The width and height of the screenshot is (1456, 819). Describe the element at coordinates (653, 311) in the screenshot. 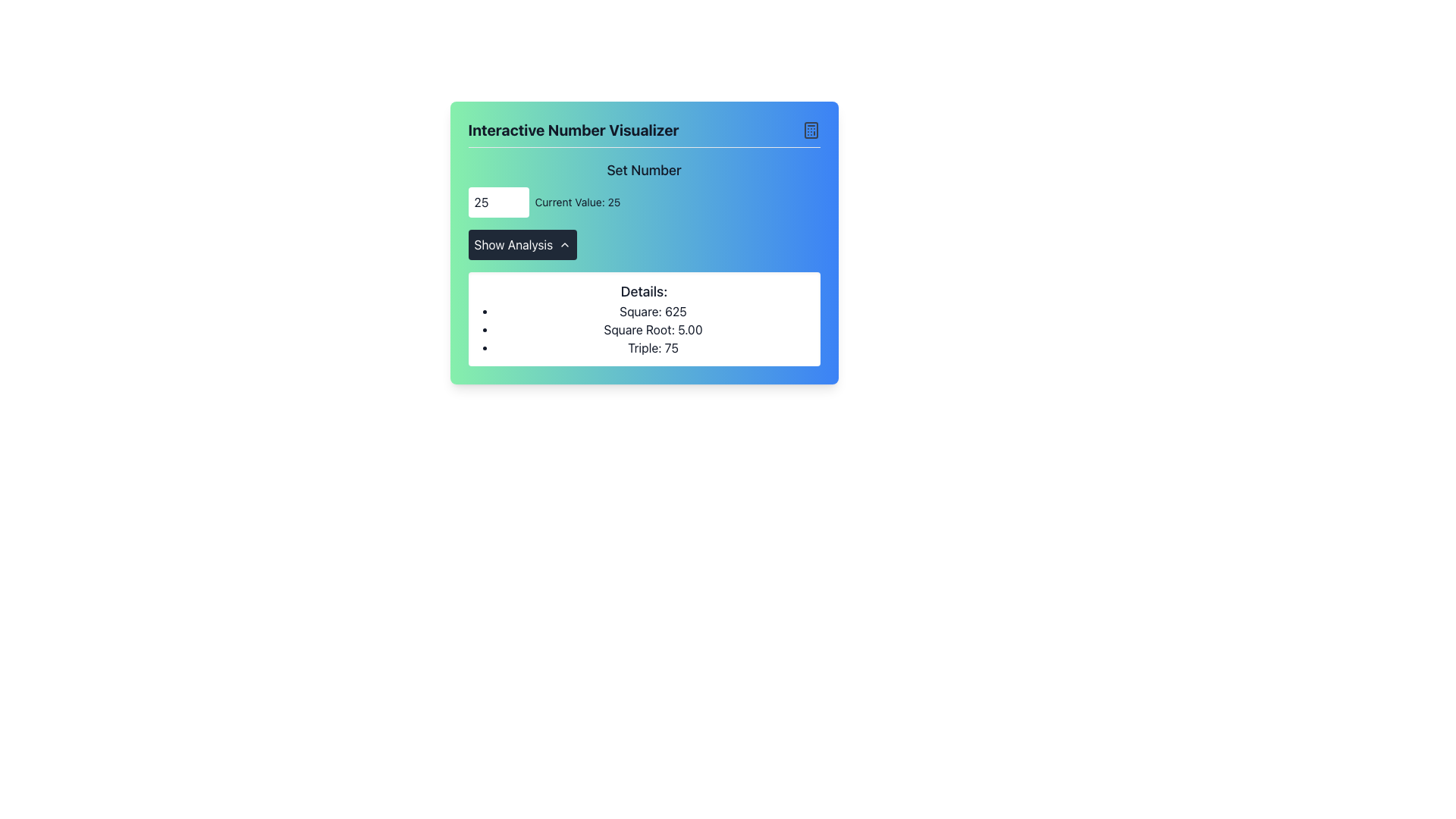

I see `the informational text about the square of the input number, which is the first item in the list below the heading 'Details'` at that location.